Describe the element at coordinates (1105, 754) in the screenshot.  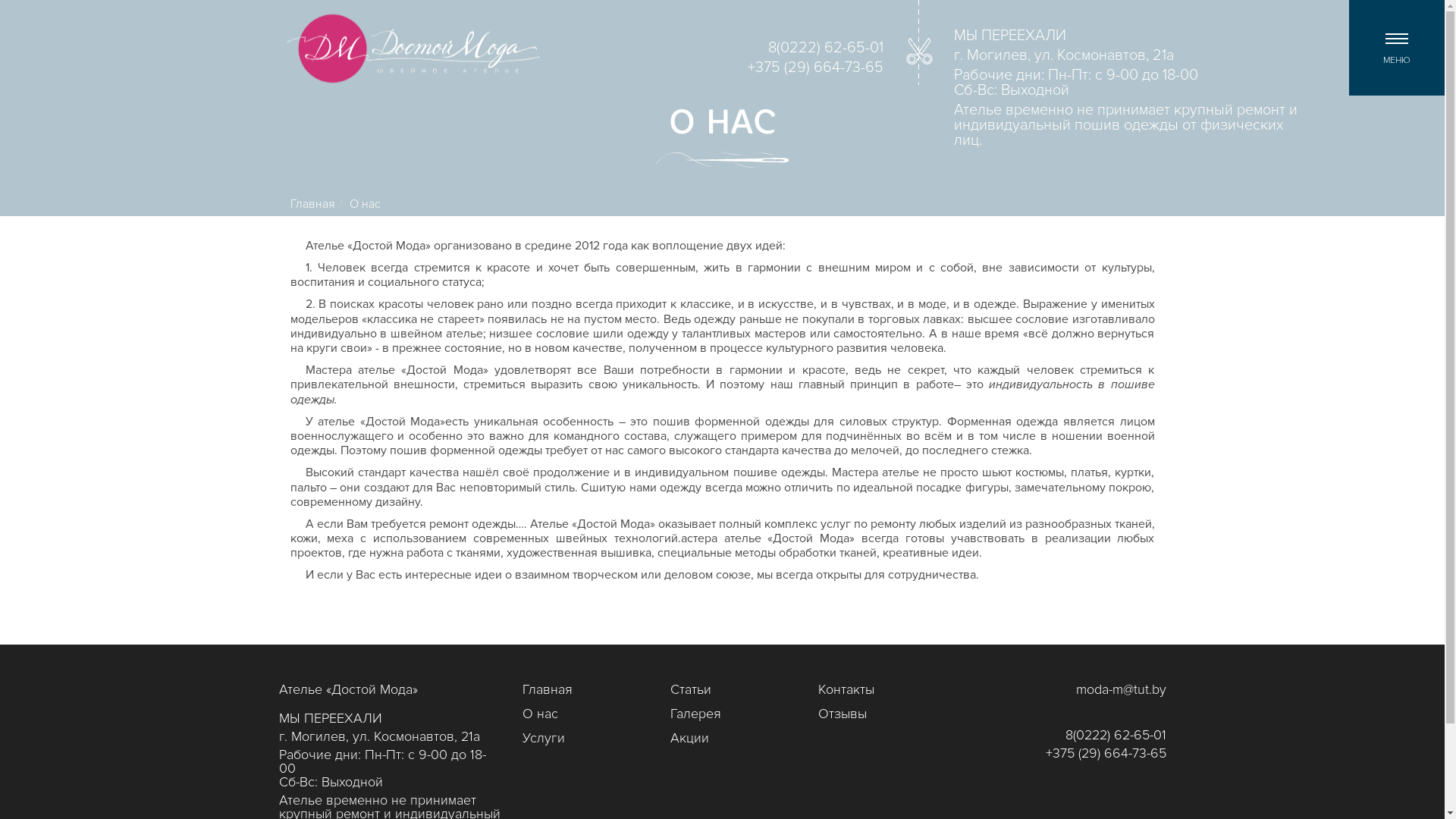
I see `'+375 (29) 664-73-65'` at that location.